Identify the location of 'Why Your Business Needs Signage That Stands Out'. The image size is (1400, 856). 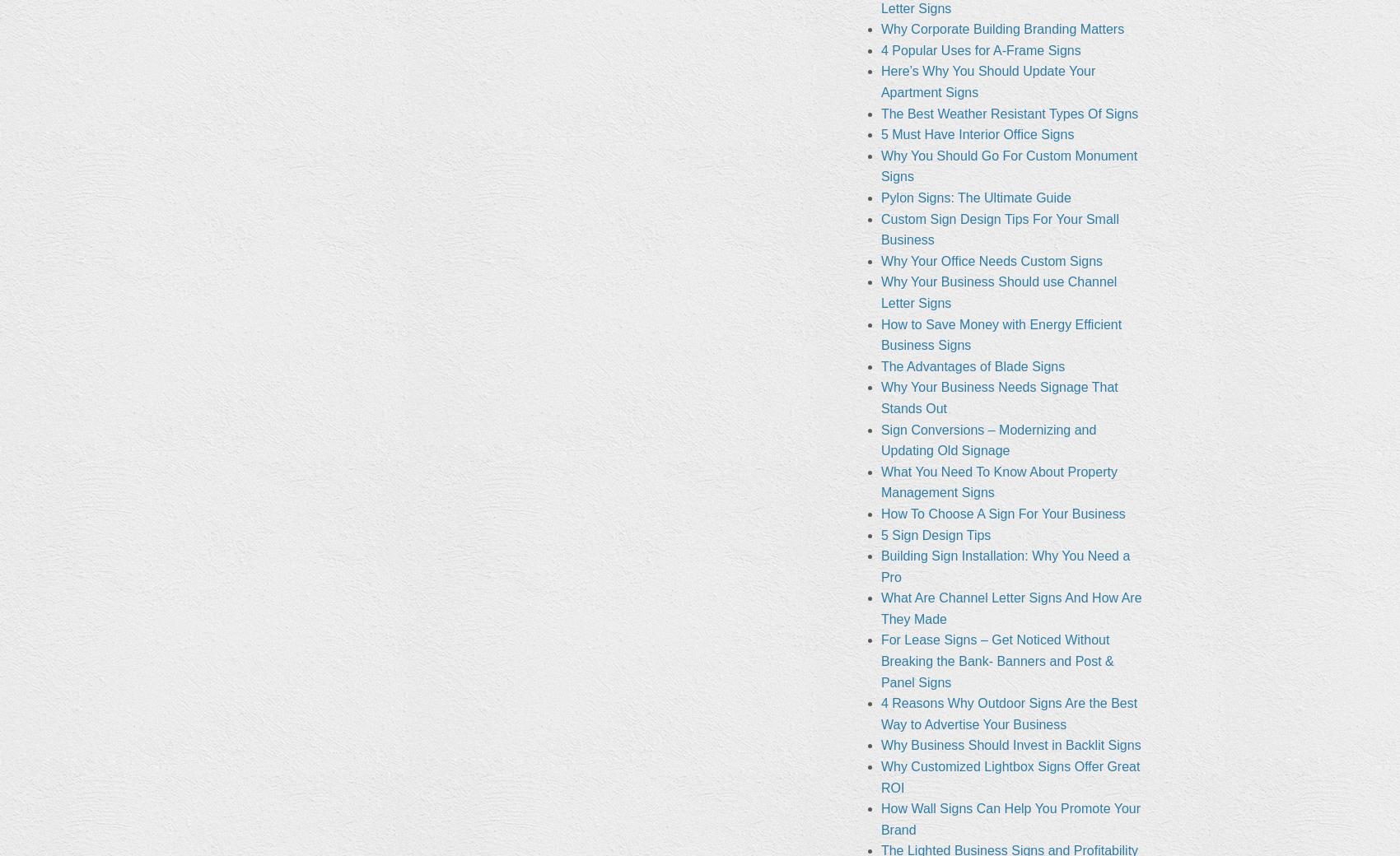
(997, 397).